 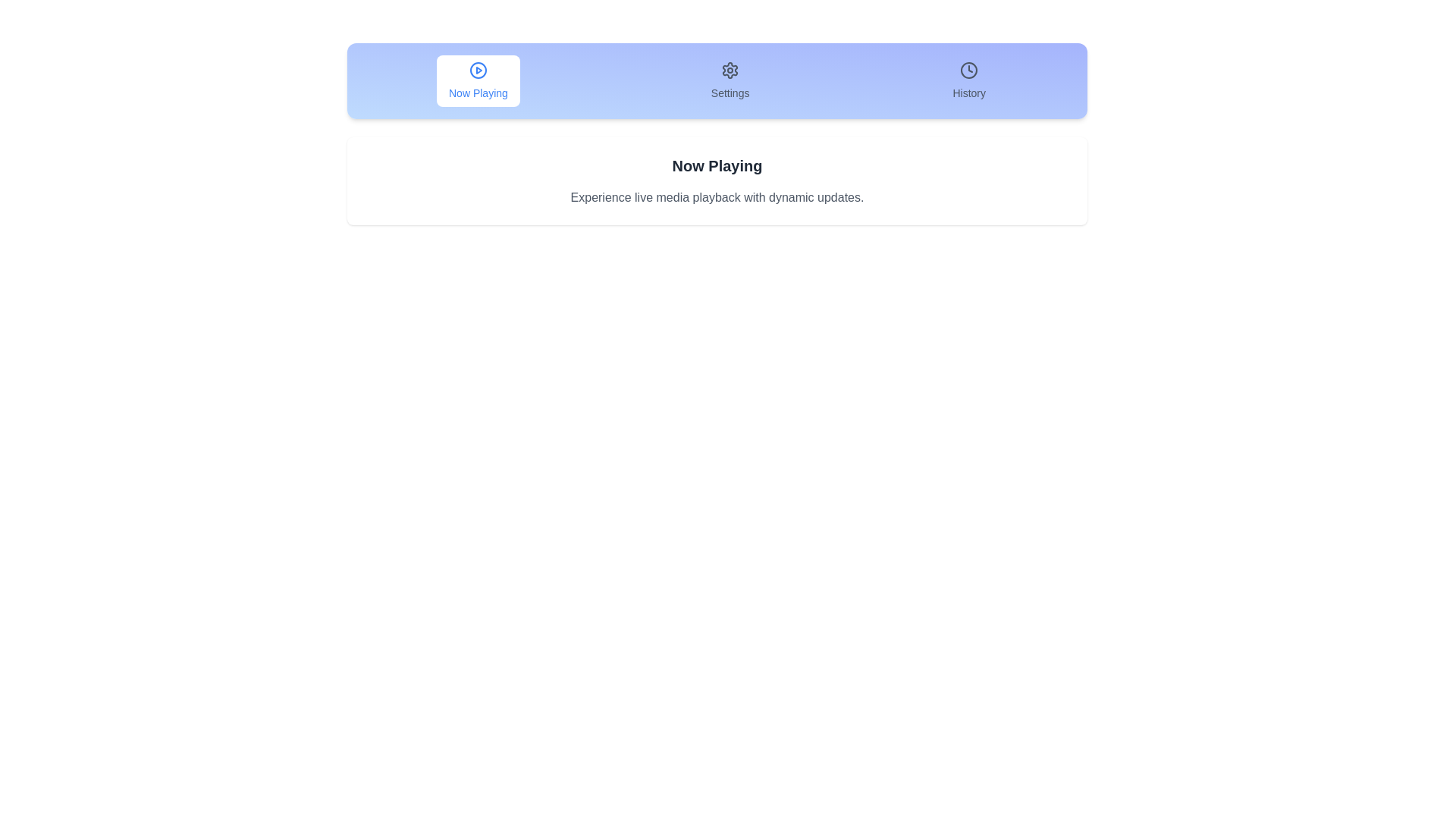 What do you see at coordinates (730, 81) in the screenshot?
I see `the Settings tab to switch the content` at bounding box center [730, 81].